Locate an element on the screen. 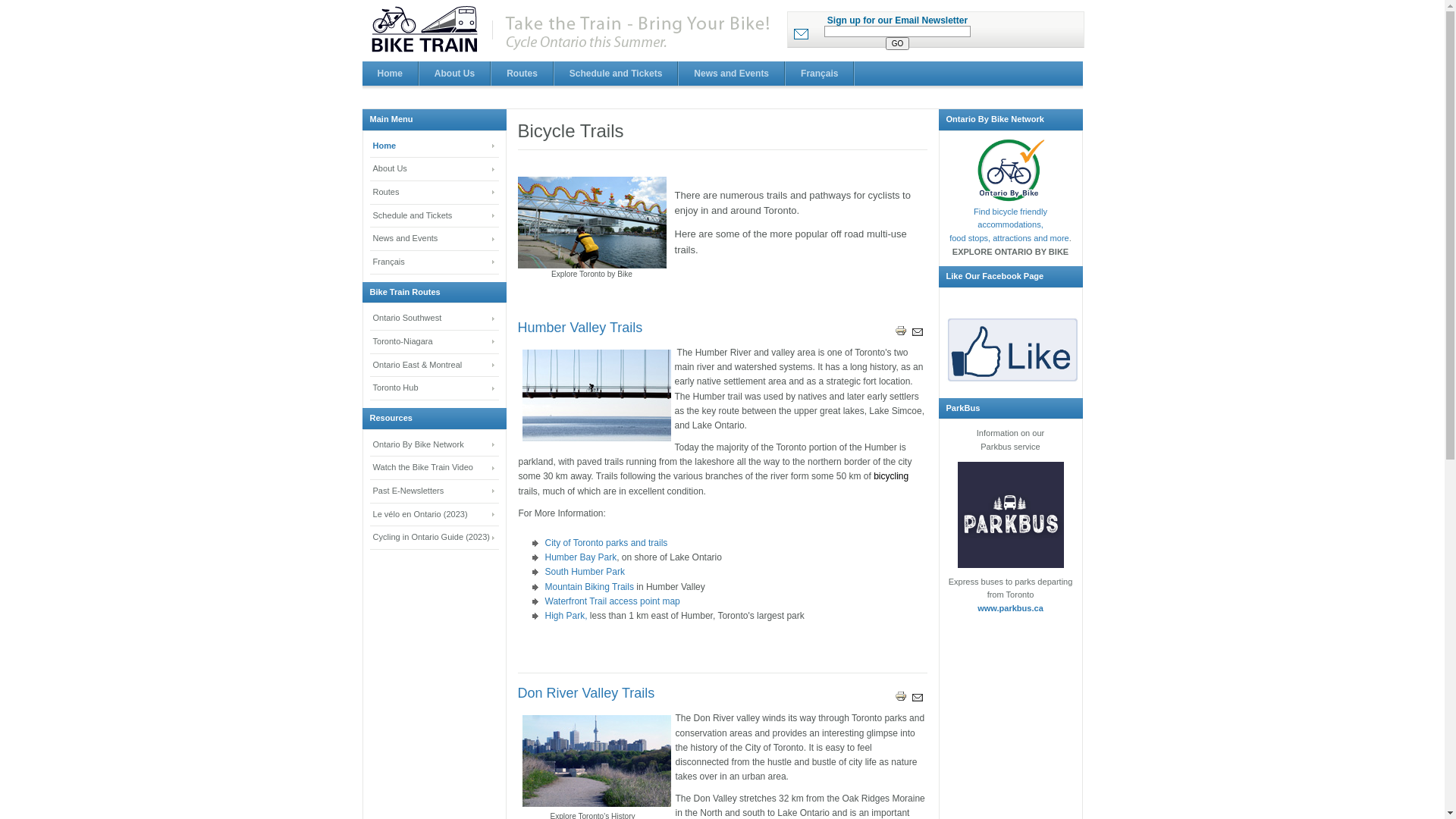 Image resolution: width=1456 pixels, height=819 pixels. 'Past E-Newsletters' is located at coordinates (433, 491).